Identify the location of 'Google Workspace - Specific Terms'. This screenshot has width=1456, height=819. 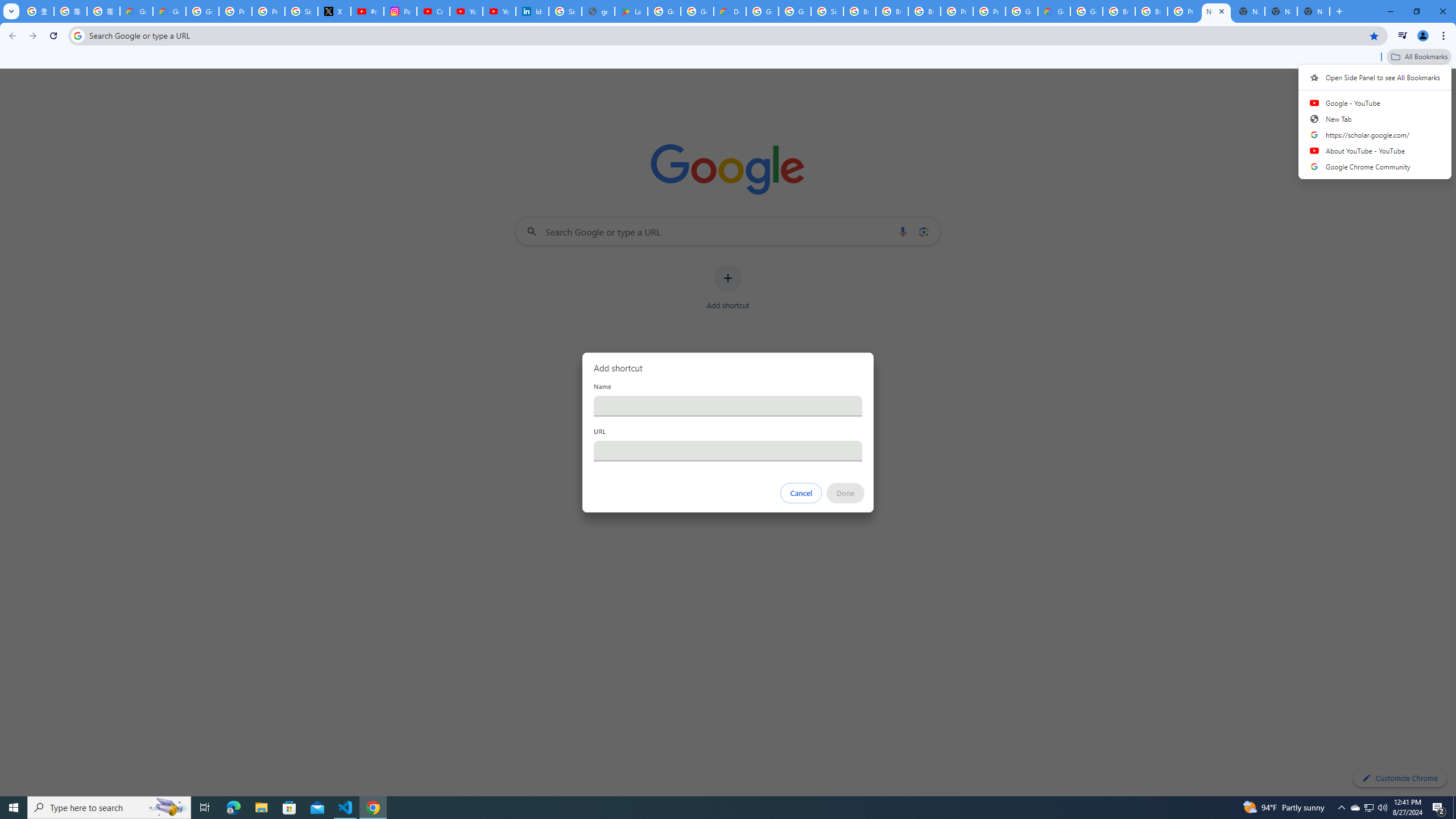
(697, 11).